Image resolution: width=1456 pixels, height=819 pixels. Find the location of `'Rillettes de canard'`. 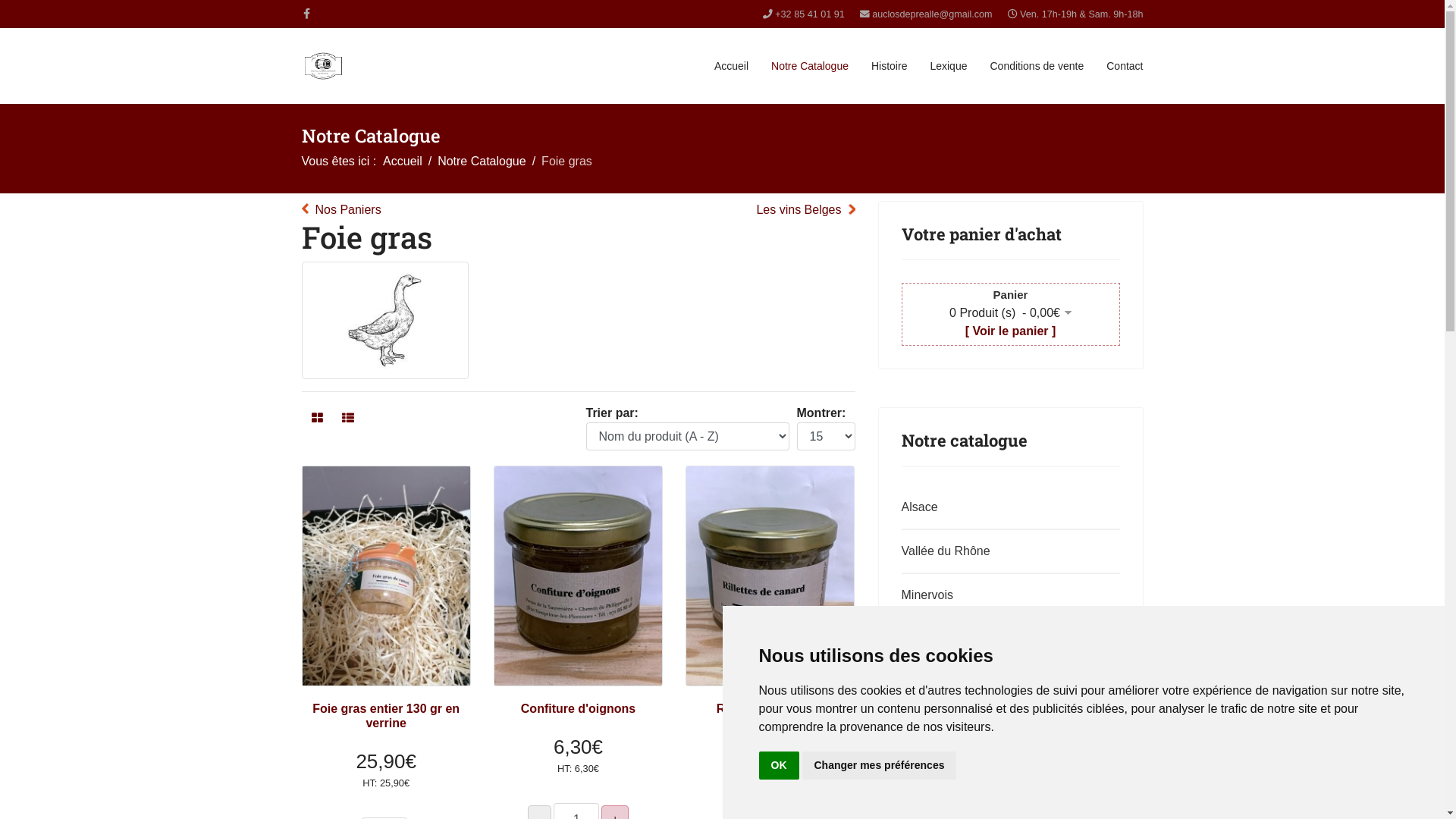

'Rillettes de canard' is located at coordinates (716, 708).